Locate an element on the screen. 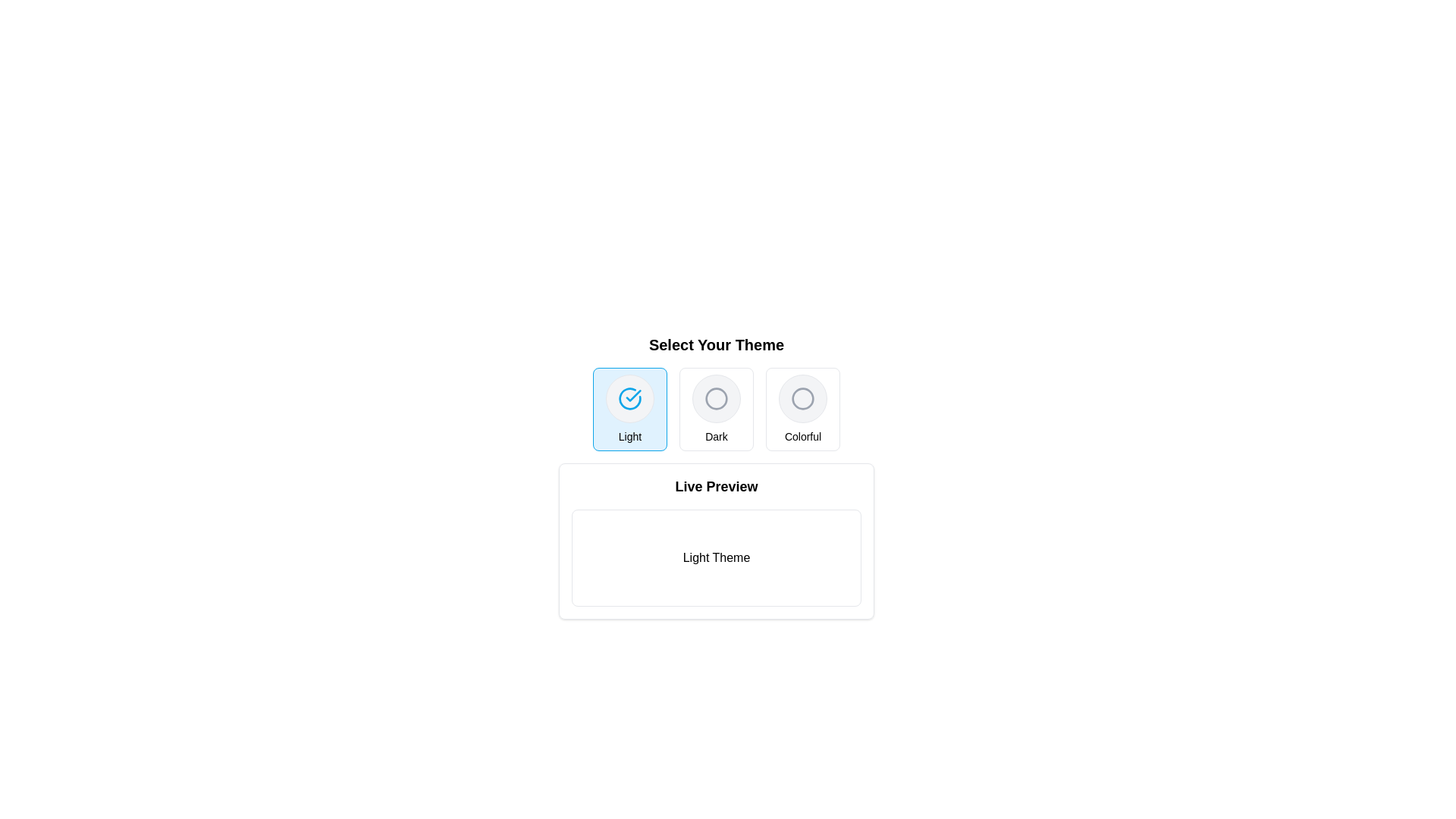 The width and height of the screenshot is (1456, 819). the circular icon representing the 'Dark' theme option within the theme selection layout is located at coordinates (716, 397).